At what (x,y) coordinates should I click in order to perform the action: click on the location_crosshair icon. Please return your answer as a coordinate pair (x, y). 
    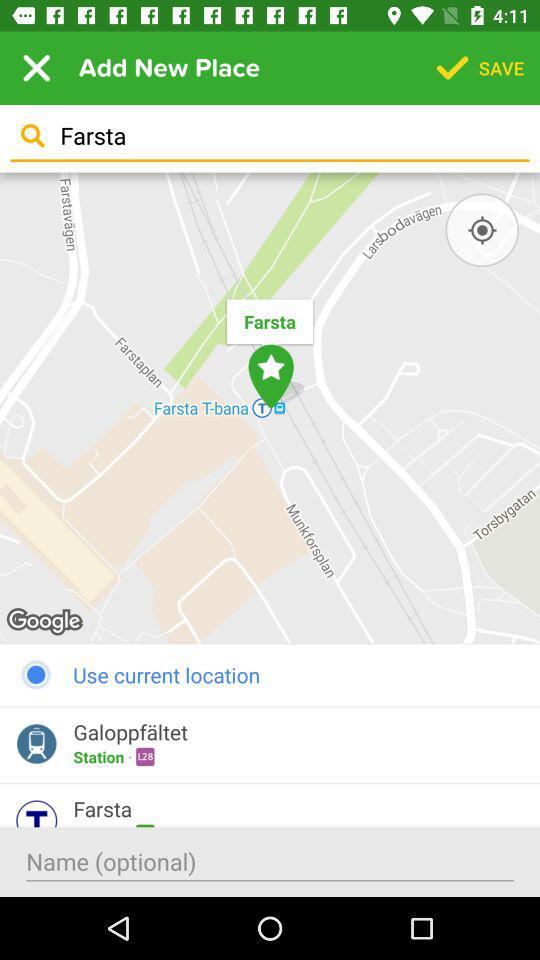
    Looking at the image, I should click on (481, 230).